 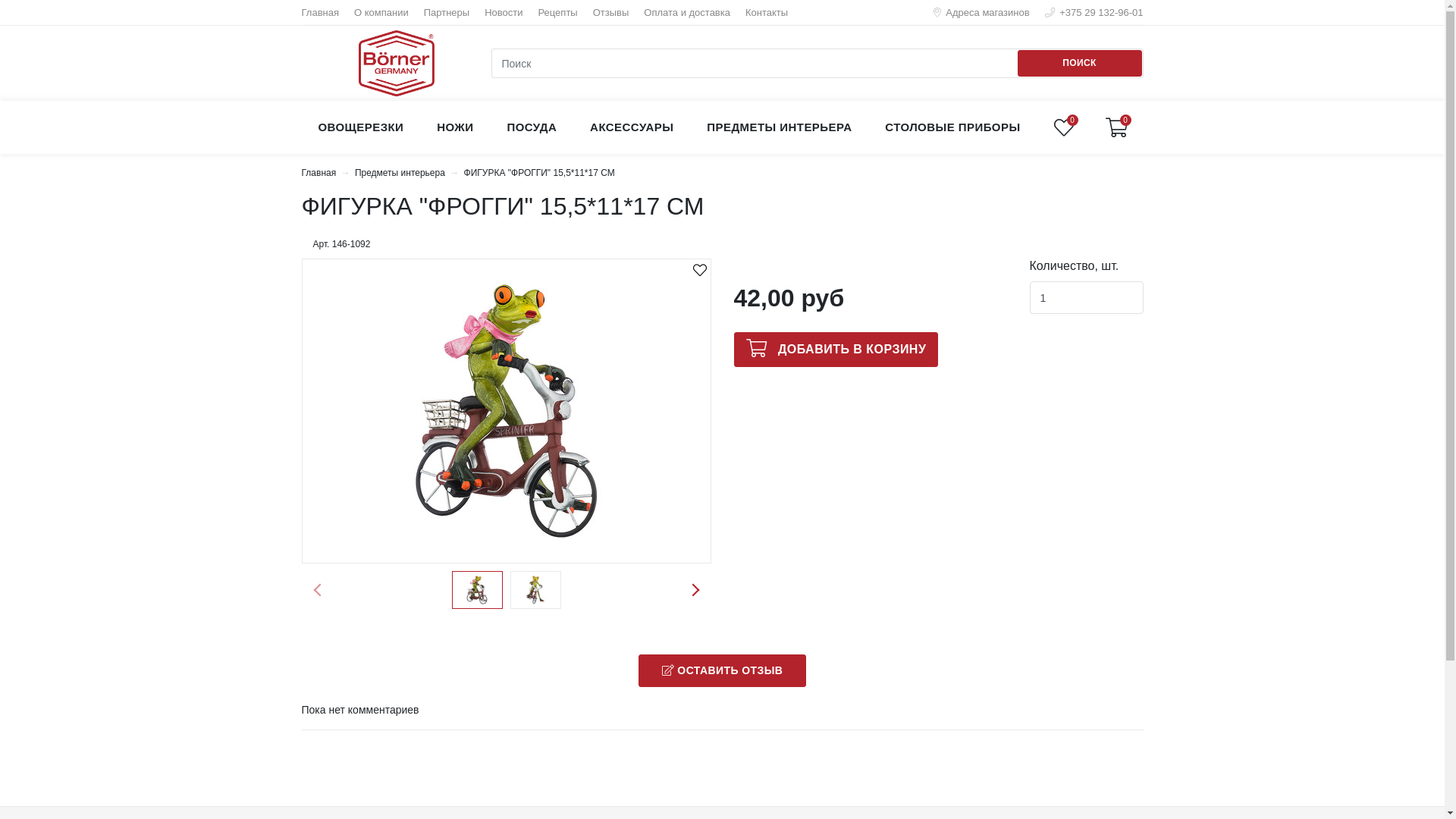 I want to click on '0', so click(x=1062, y=127).